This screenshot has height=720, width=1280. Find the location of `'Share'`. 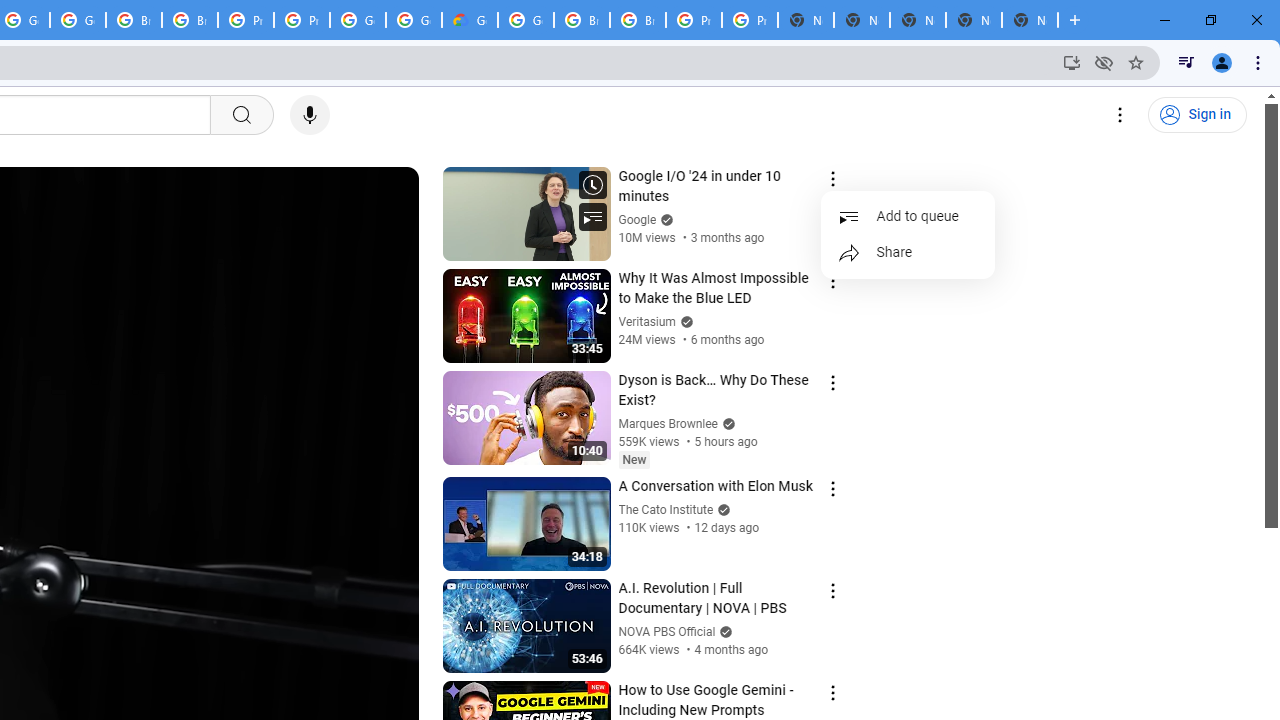

'Share' is located at coordinates (907, 251).